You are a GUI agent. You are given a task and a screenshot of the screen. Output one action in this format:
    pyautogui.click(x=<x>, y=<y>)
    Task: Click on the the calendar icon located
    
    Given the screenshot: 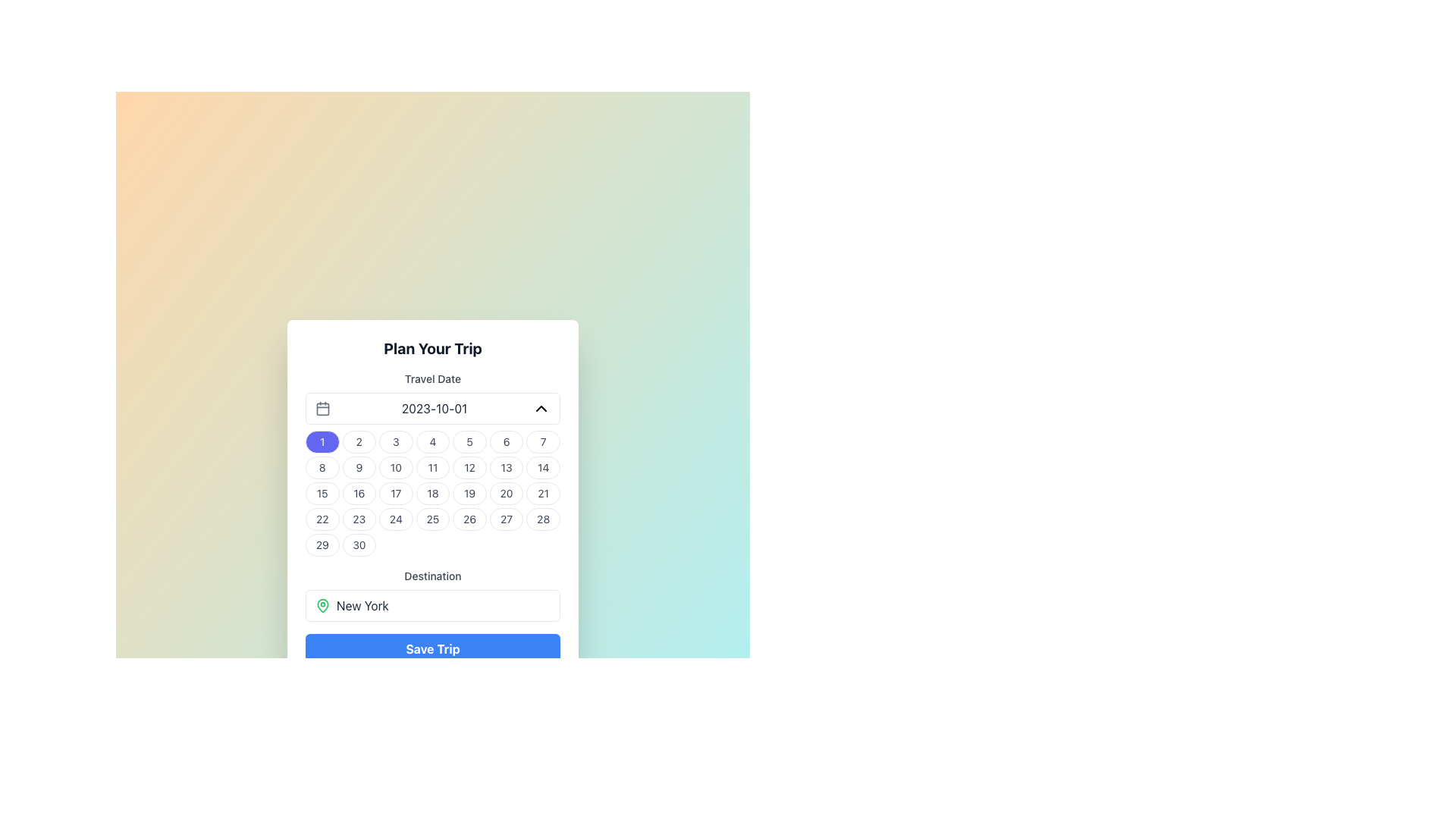 What is the action you would take?
    pyautogui.click(x=322, y=408)
    